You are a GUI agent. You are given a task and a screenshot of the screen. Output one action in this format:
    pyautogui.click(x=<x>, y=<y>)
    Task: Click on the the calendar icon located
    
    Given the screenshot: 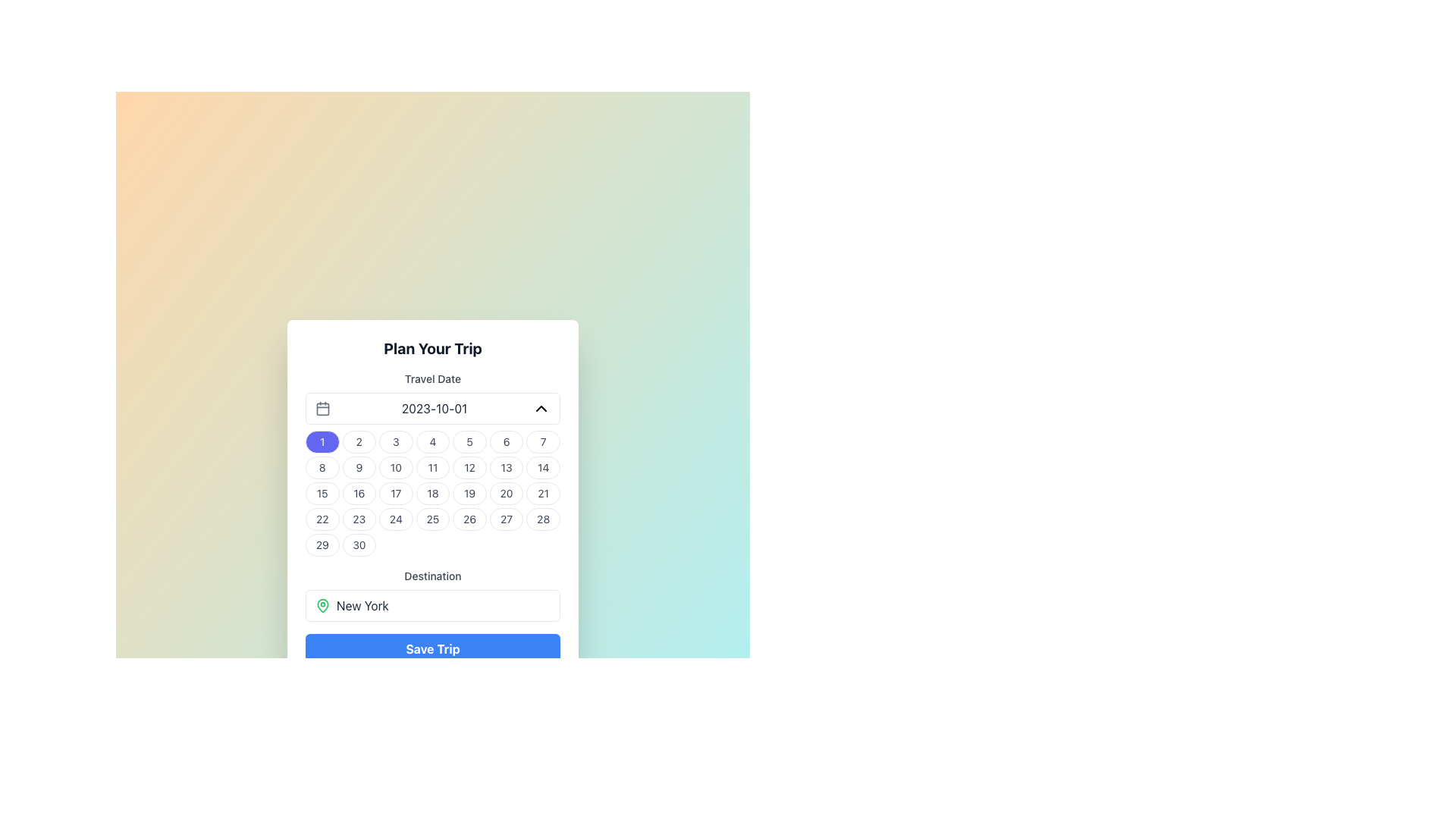 What is the action you would take?
    pyautogui.click(x=322, y=408)
    